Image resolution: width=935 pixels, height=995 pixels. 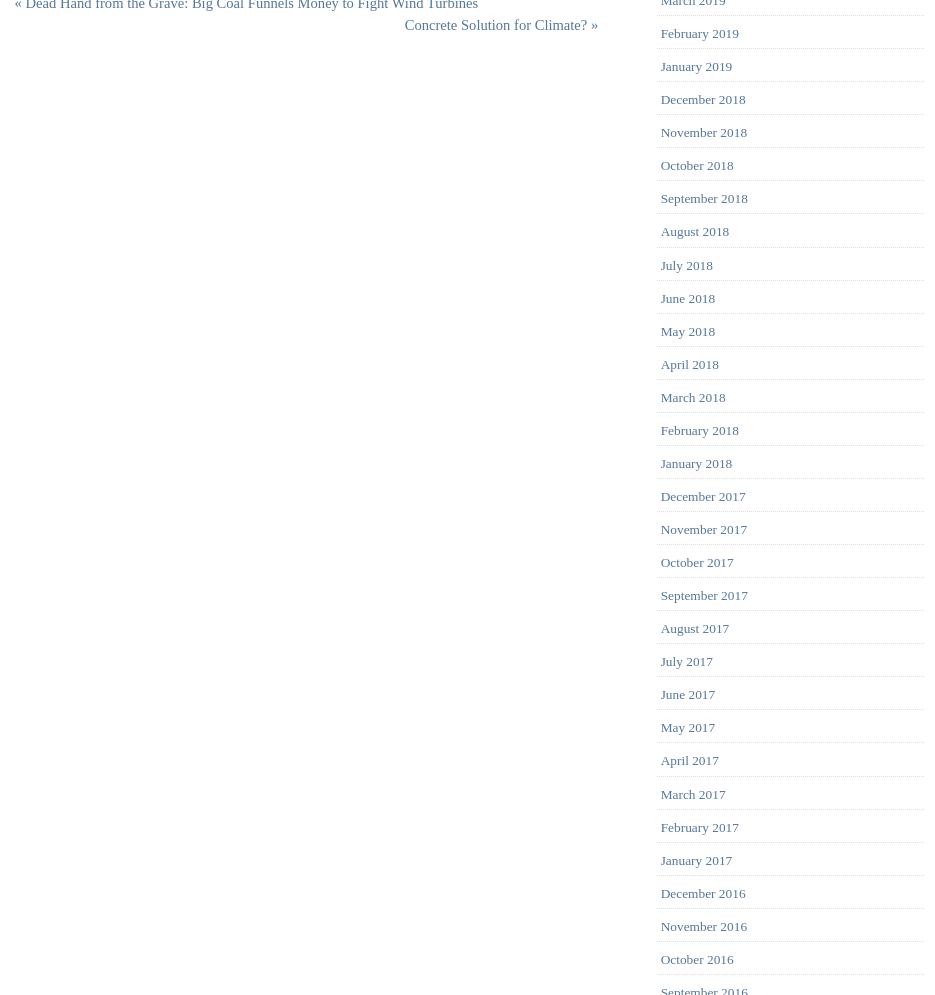 I want to click on 'May 2018', so click(x=686, y=330).